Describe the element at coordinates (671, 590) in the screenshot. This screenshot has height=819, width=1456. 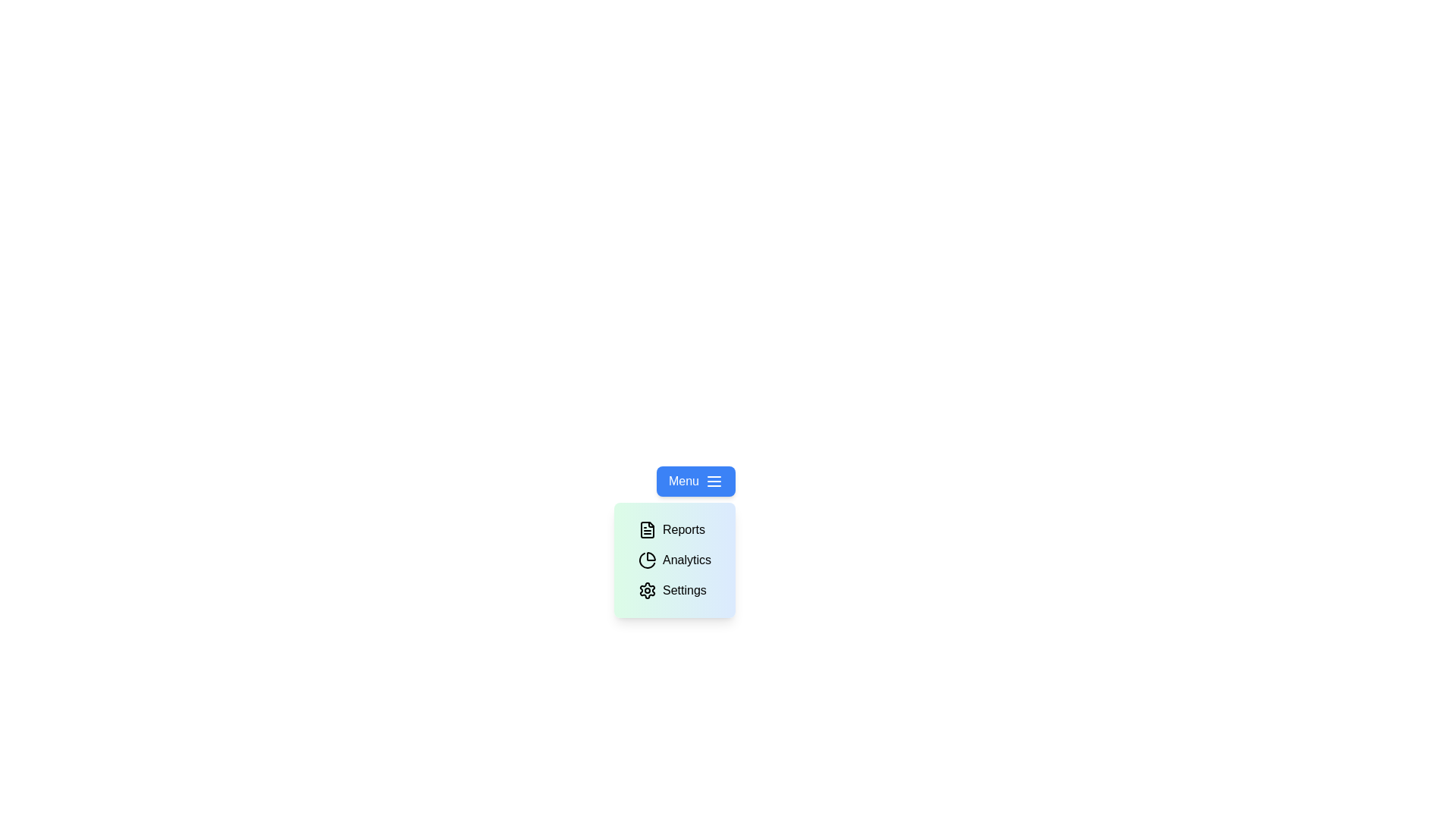
I see `the menu item Settings to observe its hover effect` at that location.